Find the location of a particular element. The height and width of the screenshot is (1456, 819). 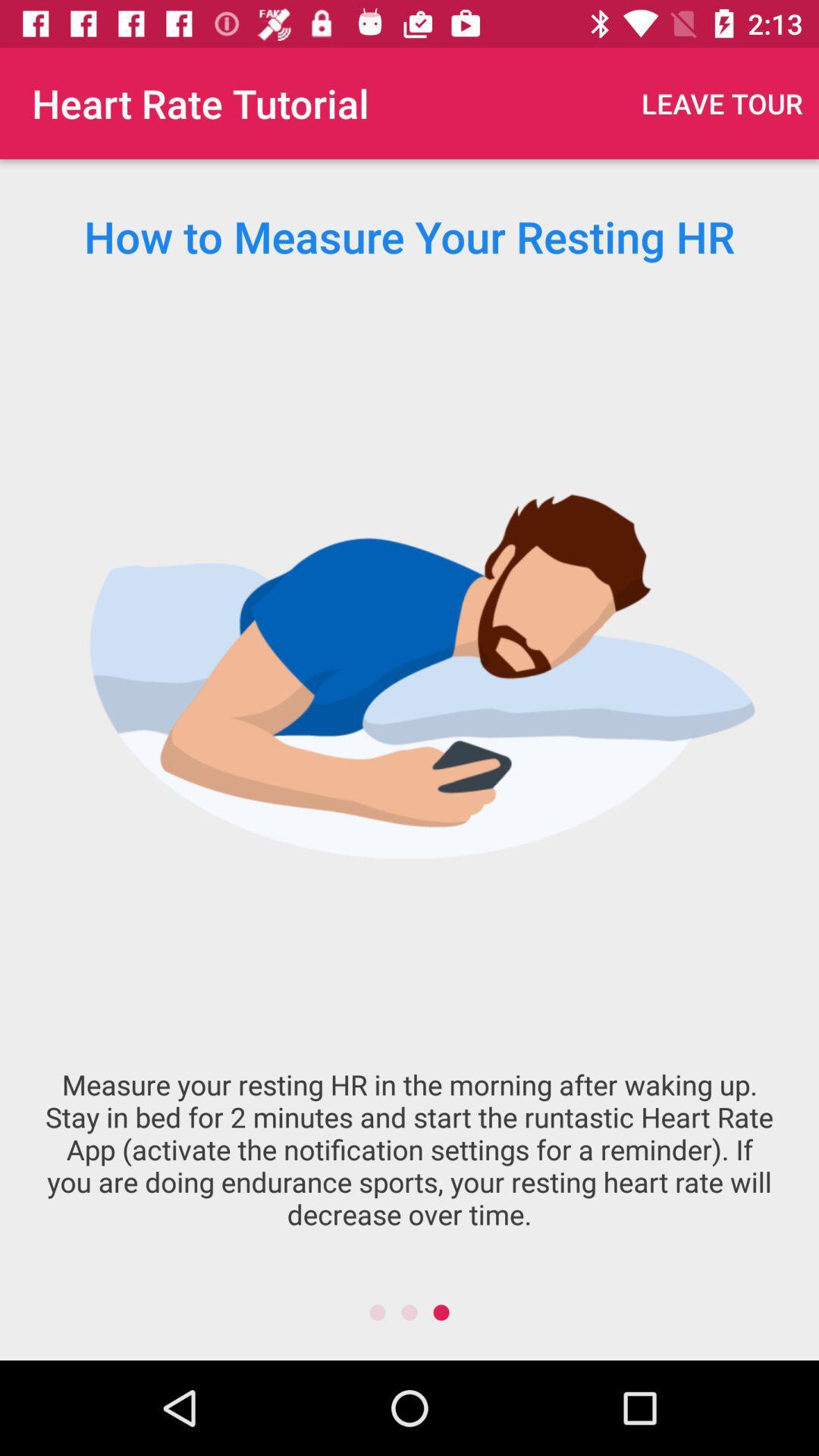

the item at the top right corner is located at coordinates (721, 102).